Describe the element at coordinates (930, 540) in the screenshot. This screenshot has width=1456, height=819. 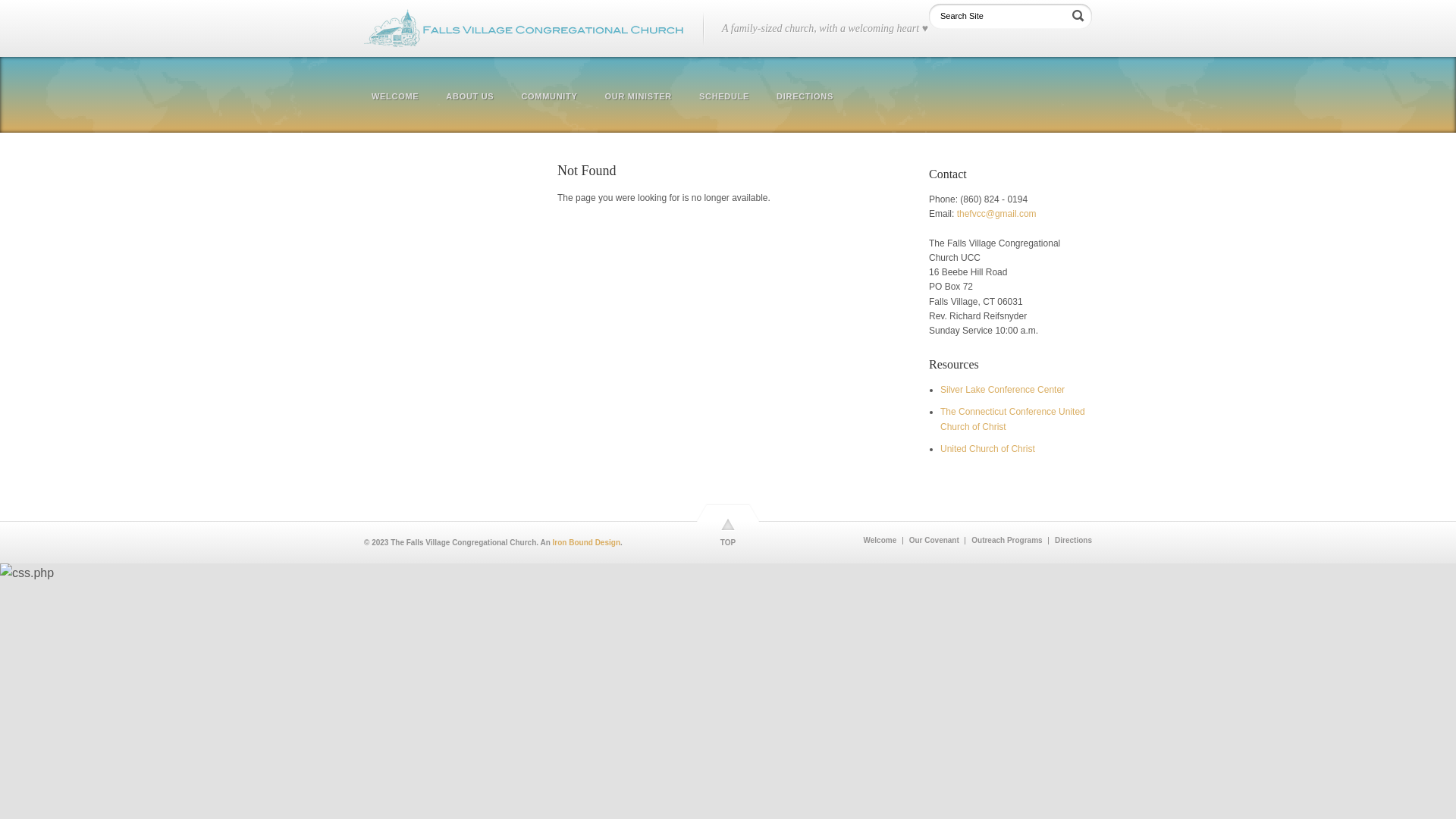
I see `'Our Covenant'` at that location.